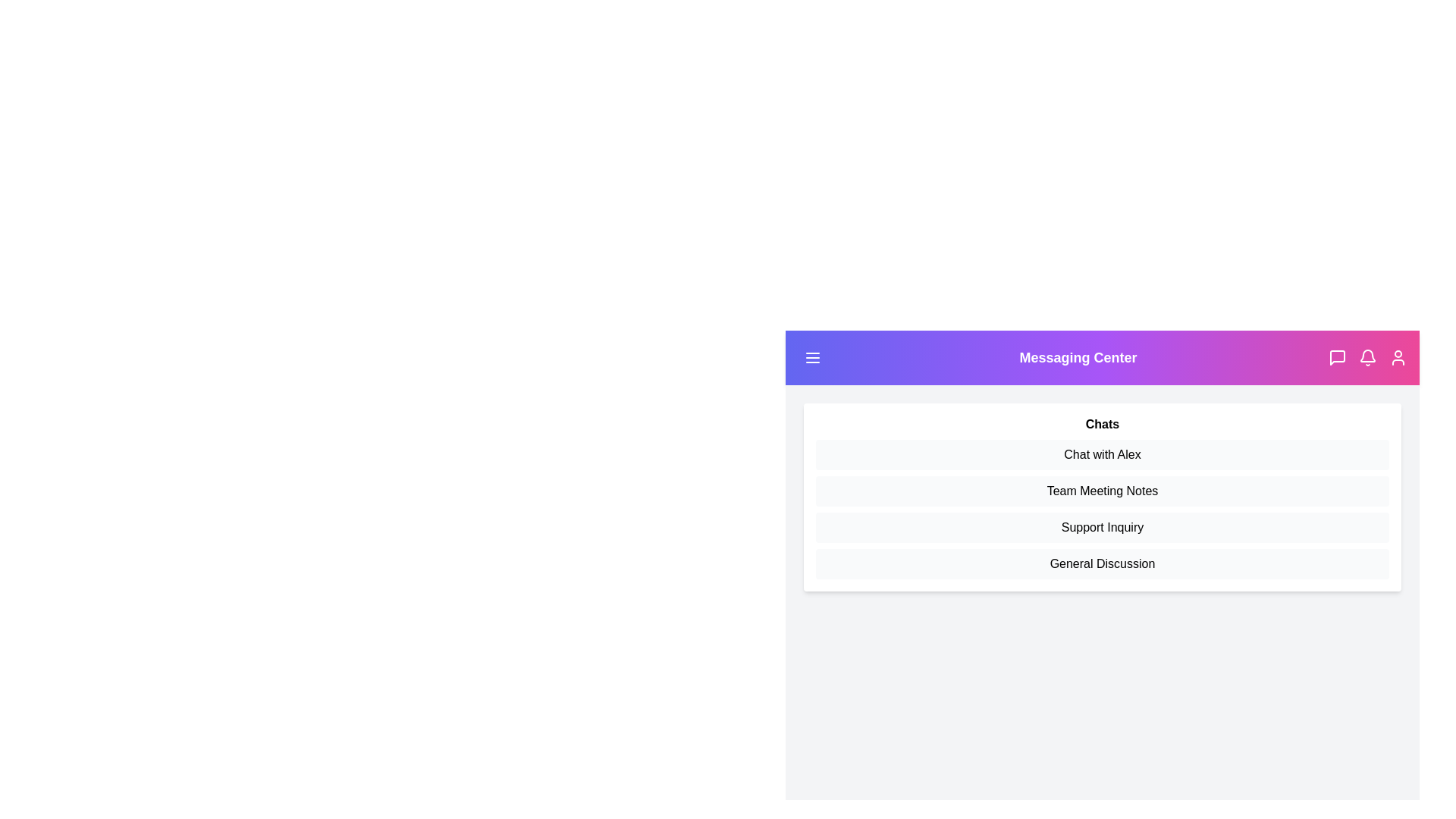 The height and width of the screenshot is (819, 1456). What do you see at coordinates (1103, 564) in the screenshot?
I see `the 'General Discussion' list item` at bounding box center [1103, 564].